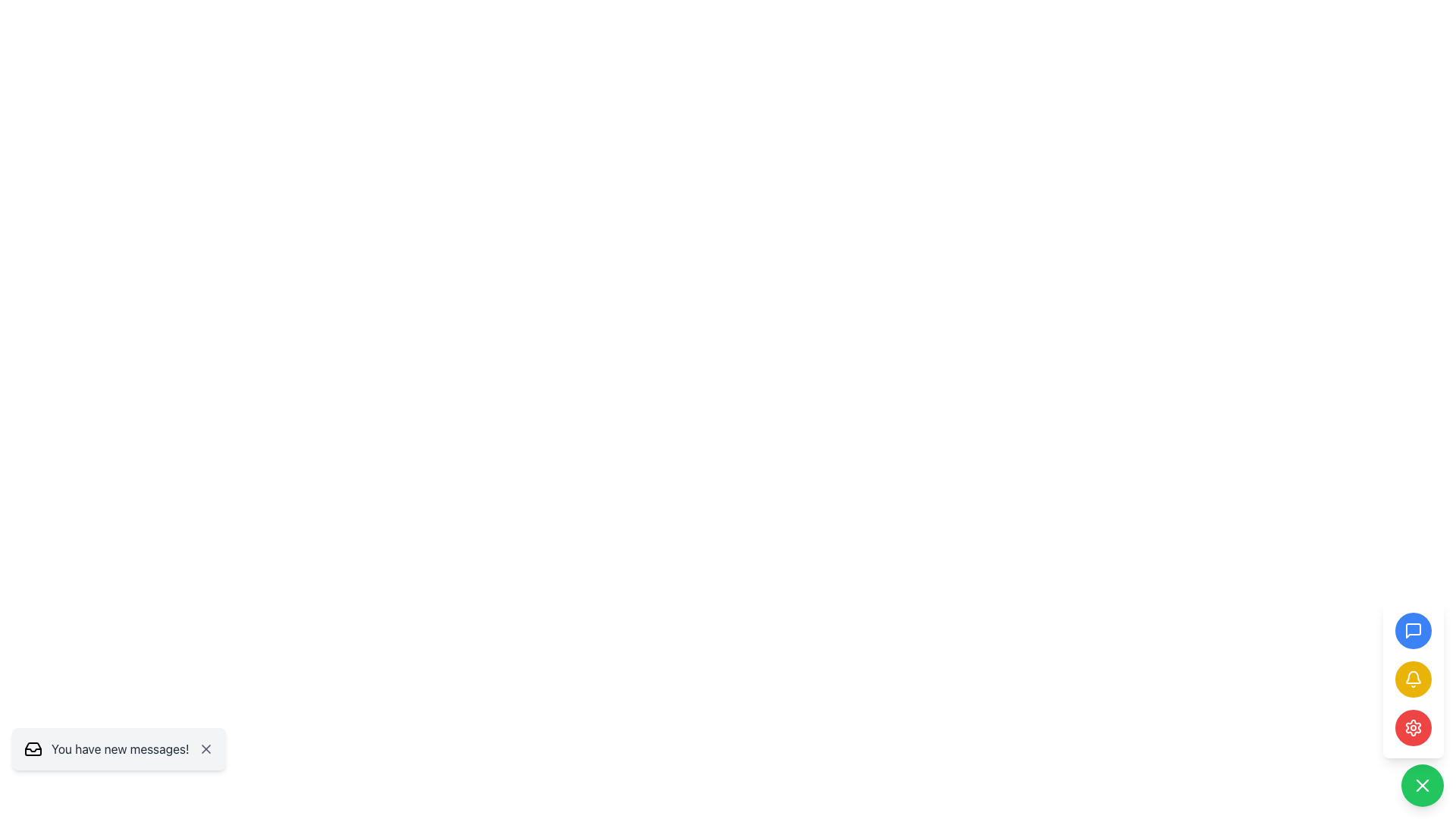 Image resolution: width=1456 pixels, height=819 pixels. What do you see at coordinates (205, 748) in the screenshot?
I see `the close button located at the bottom-left notification area` at bounding box center [205, 748].